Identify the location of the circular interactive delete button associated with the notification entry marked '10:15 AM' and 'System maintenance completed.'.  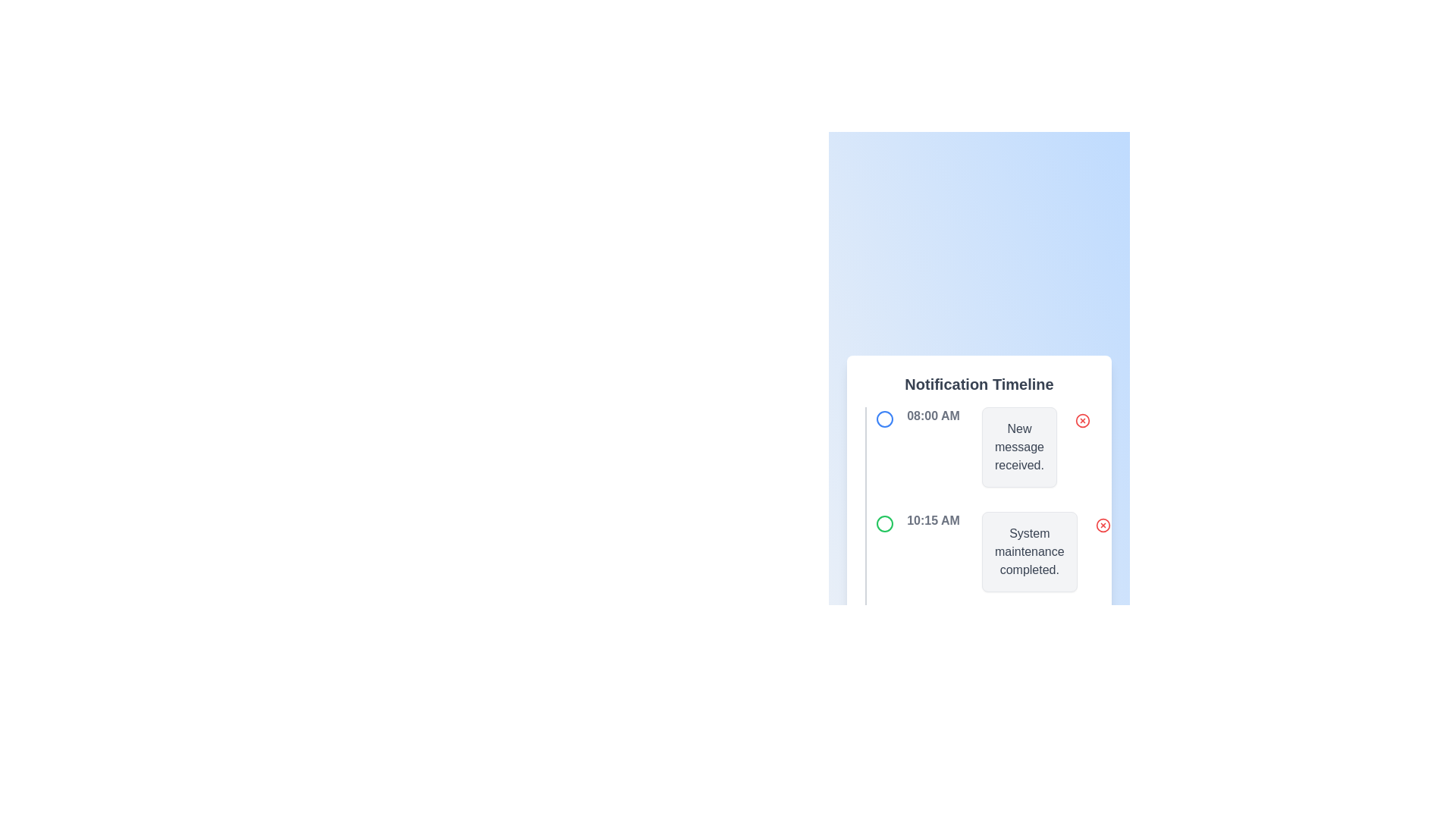
(1103, 525).